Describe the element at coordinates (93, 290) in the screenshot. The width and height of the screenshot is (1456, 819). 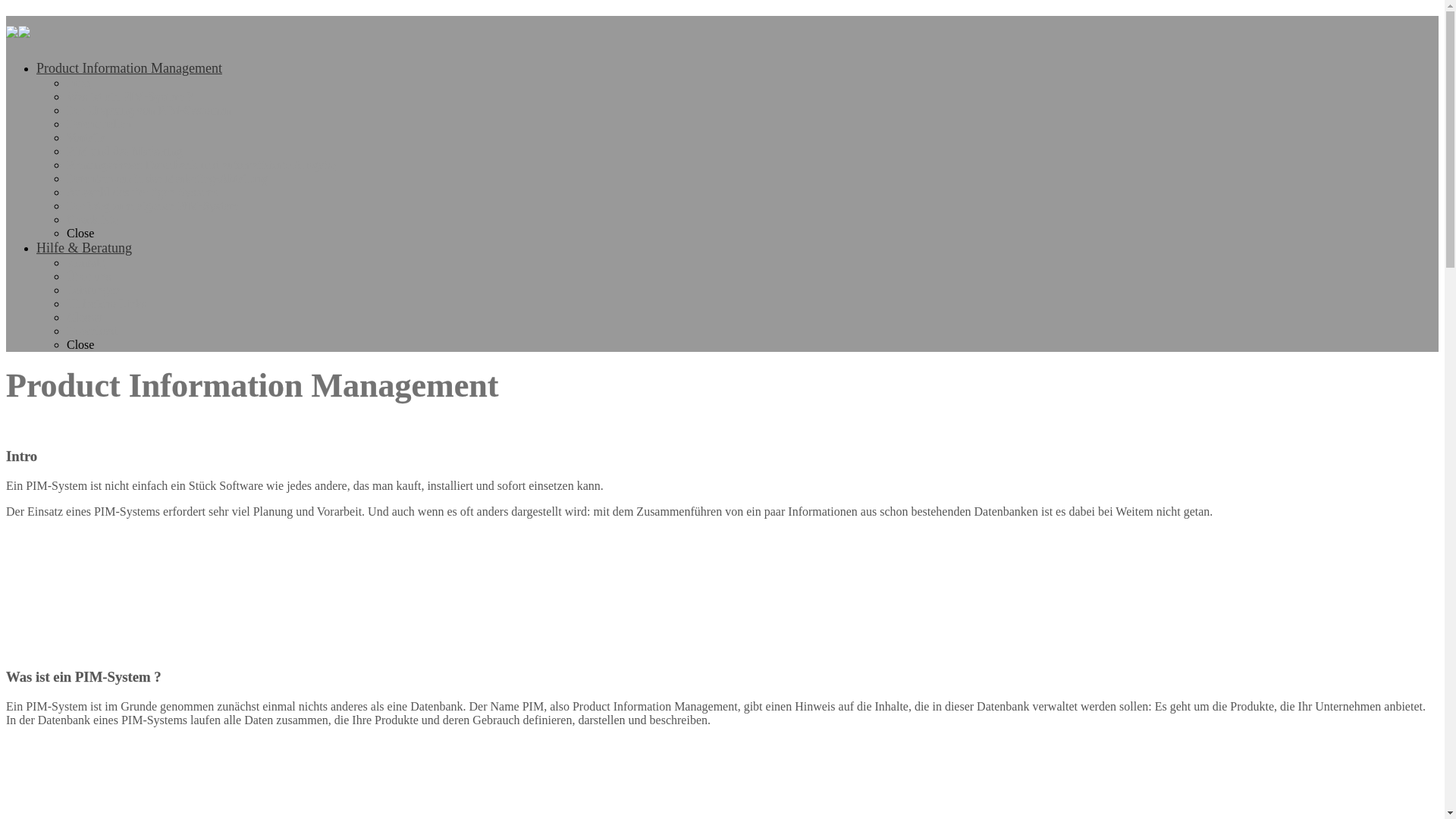
I see `'Leistungen'` at that location.